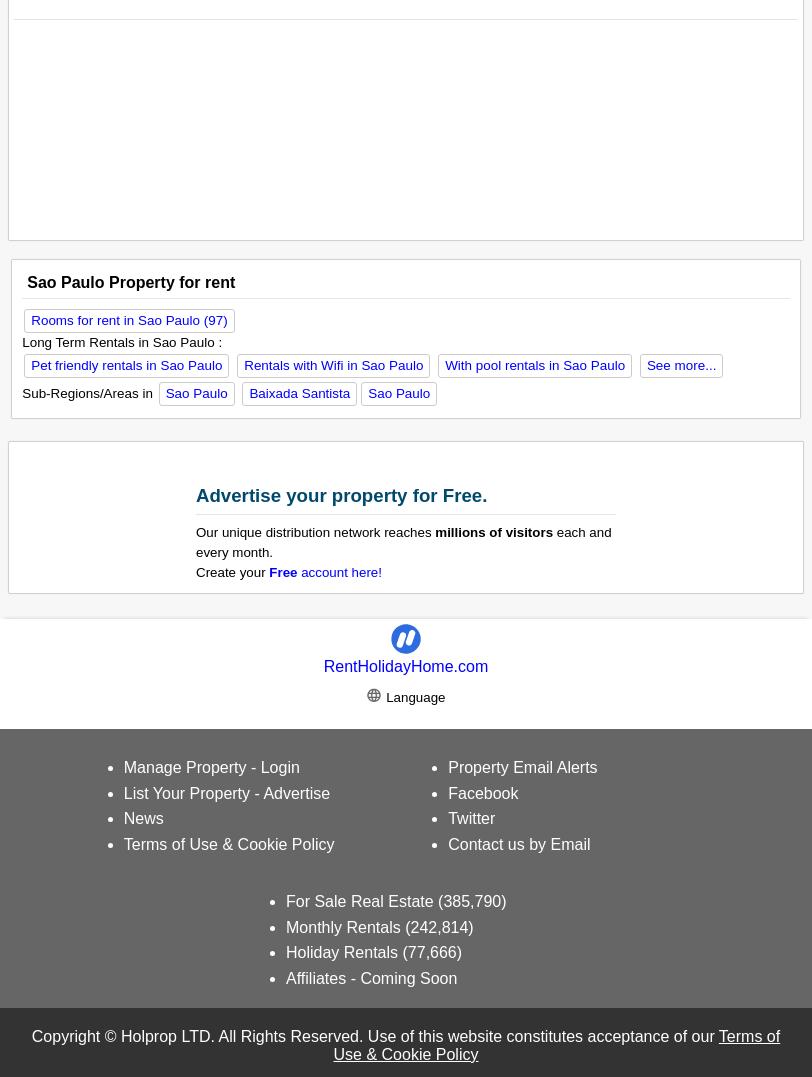  What do you see at coordinates (339, 571) in the screenshot?
I see `'account here!'` at bounding box center [339, 571].